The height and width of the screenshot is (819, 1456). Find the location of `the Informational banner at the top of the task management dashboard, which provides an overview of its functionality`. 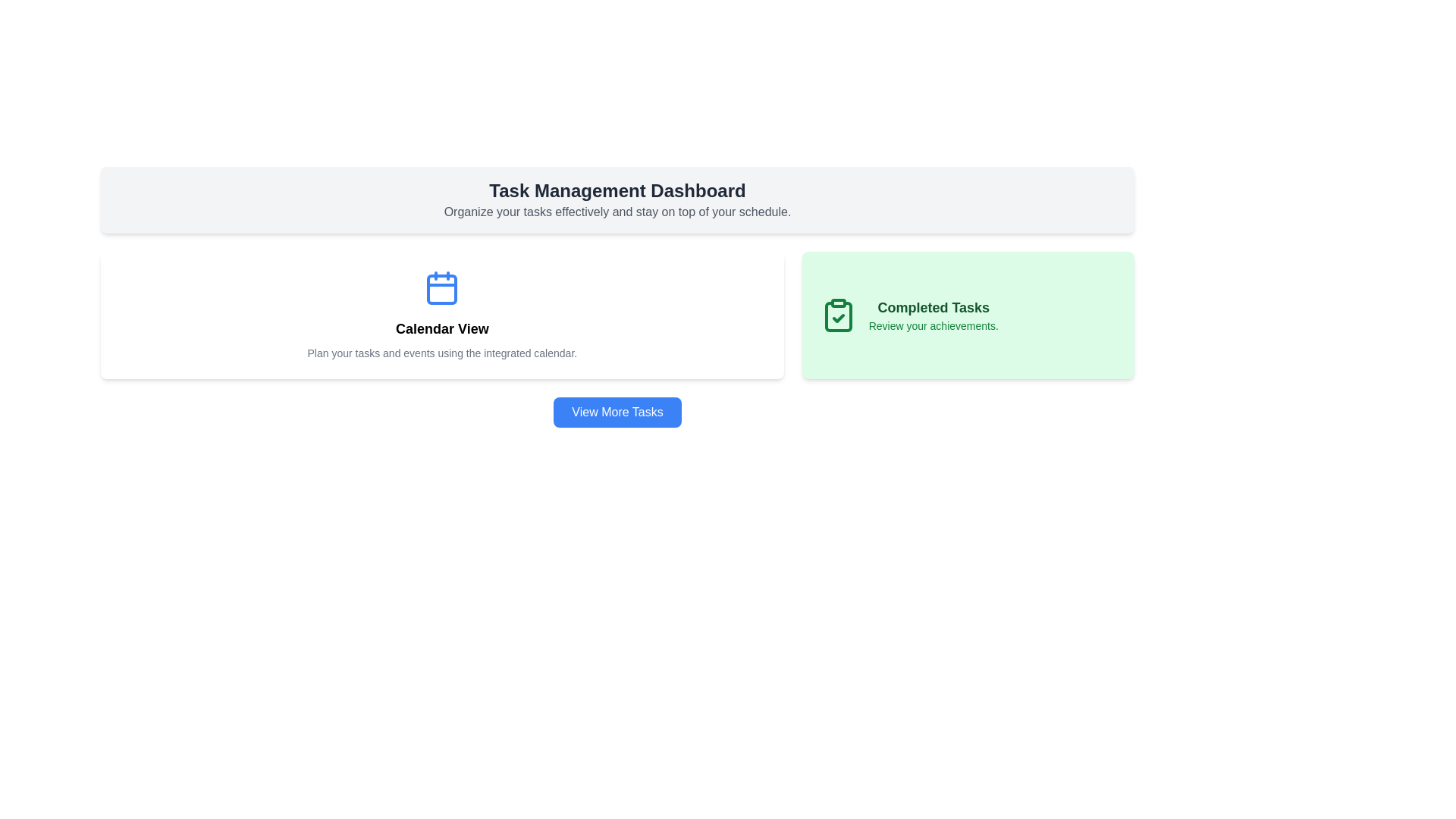

the Informational banner at the top of the task management dashboard, which provides an overview of its functionality is located at coordinates (617, 199).